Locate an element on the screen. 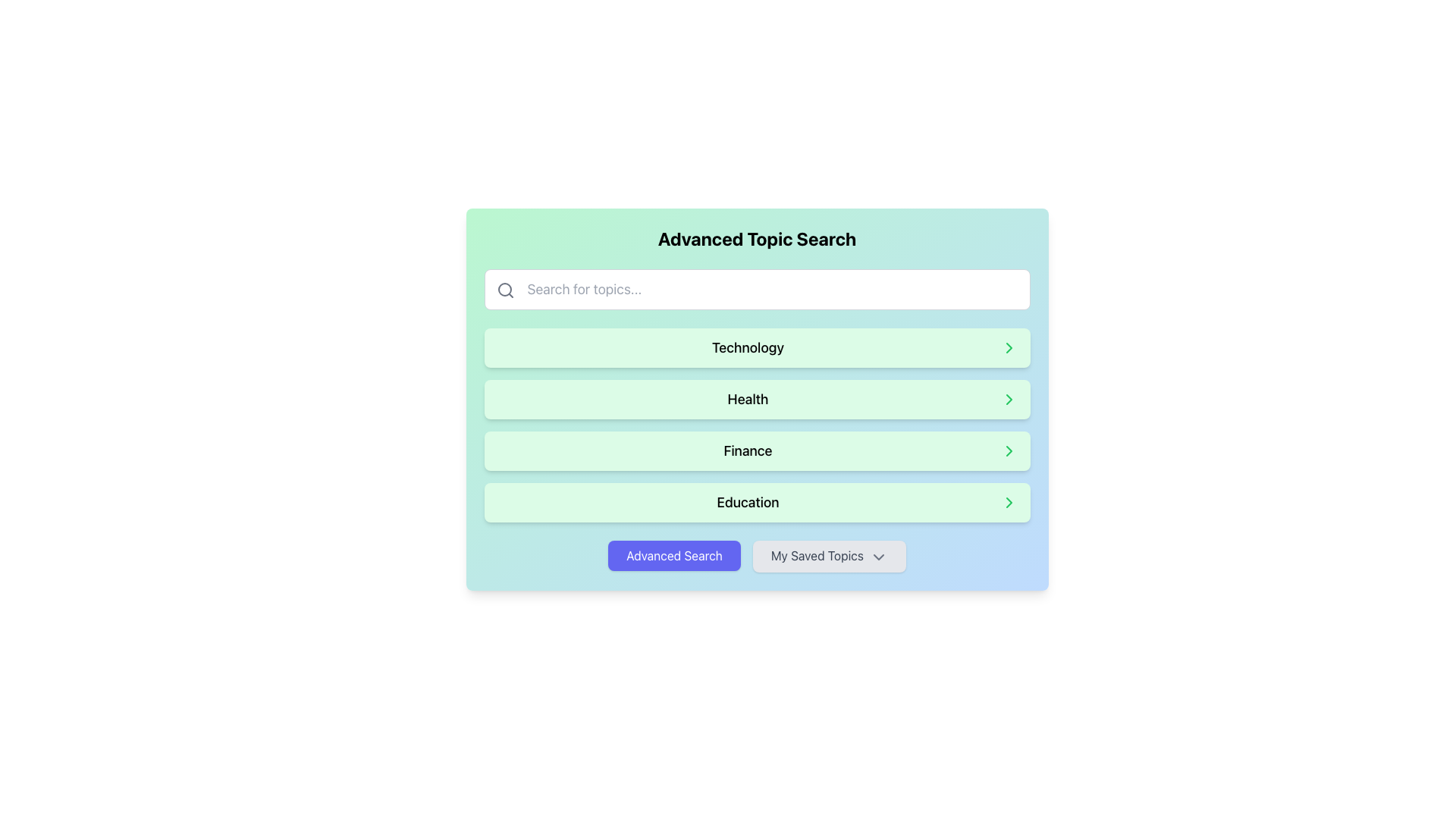  the small gray magnifying glass icon located on the left side of the search bar, which features a circular handle and a connecting line to the lens is located at coordinates (505, 290).